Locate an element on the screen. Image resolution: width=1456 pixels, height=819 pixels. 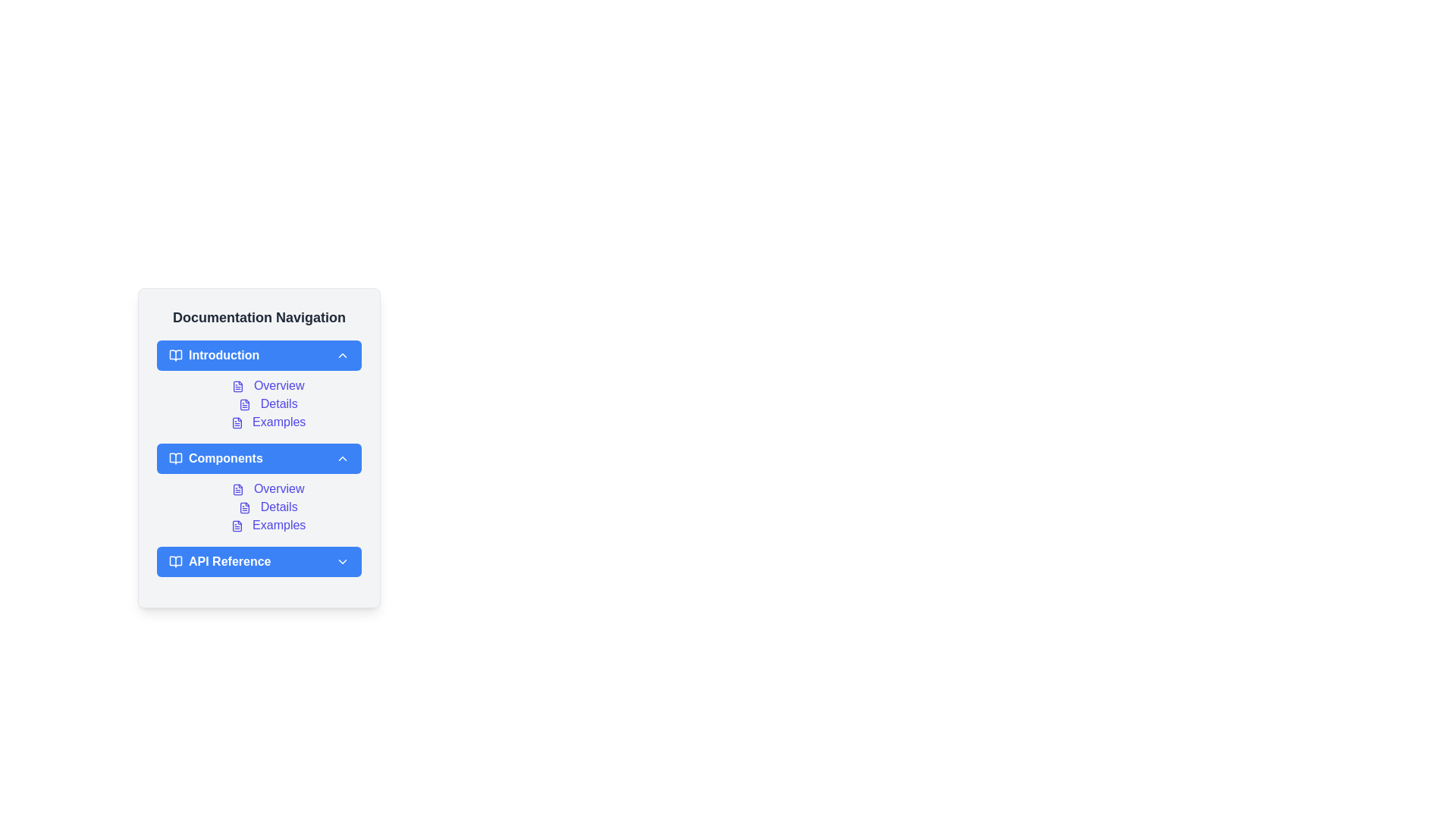
the downward-pointing chevron icon representing a collapsible or expandable state, which is part of the 'API Reference' button is located at coordinates (341, 561).